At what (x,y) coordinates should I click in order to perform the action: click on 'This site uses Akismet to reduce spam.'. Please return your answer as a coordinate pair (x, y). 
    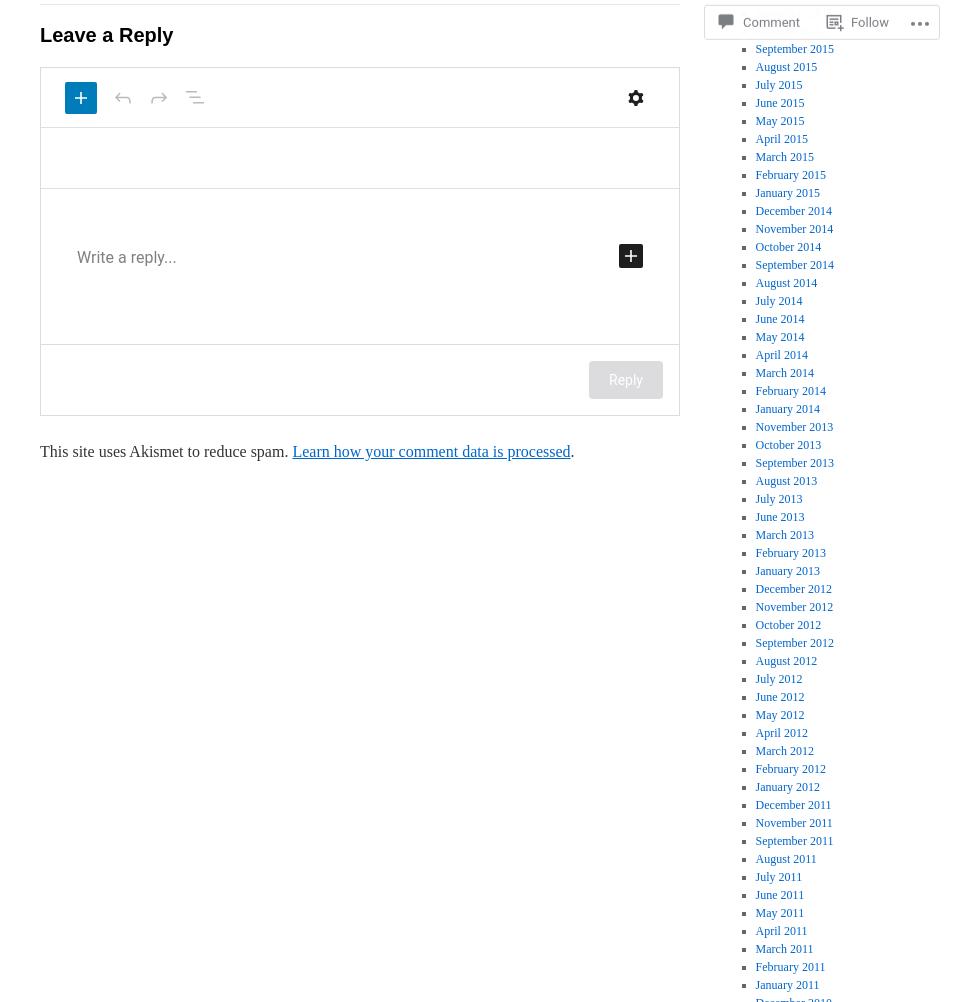
    Looking at the image, I should click on (166, 450).